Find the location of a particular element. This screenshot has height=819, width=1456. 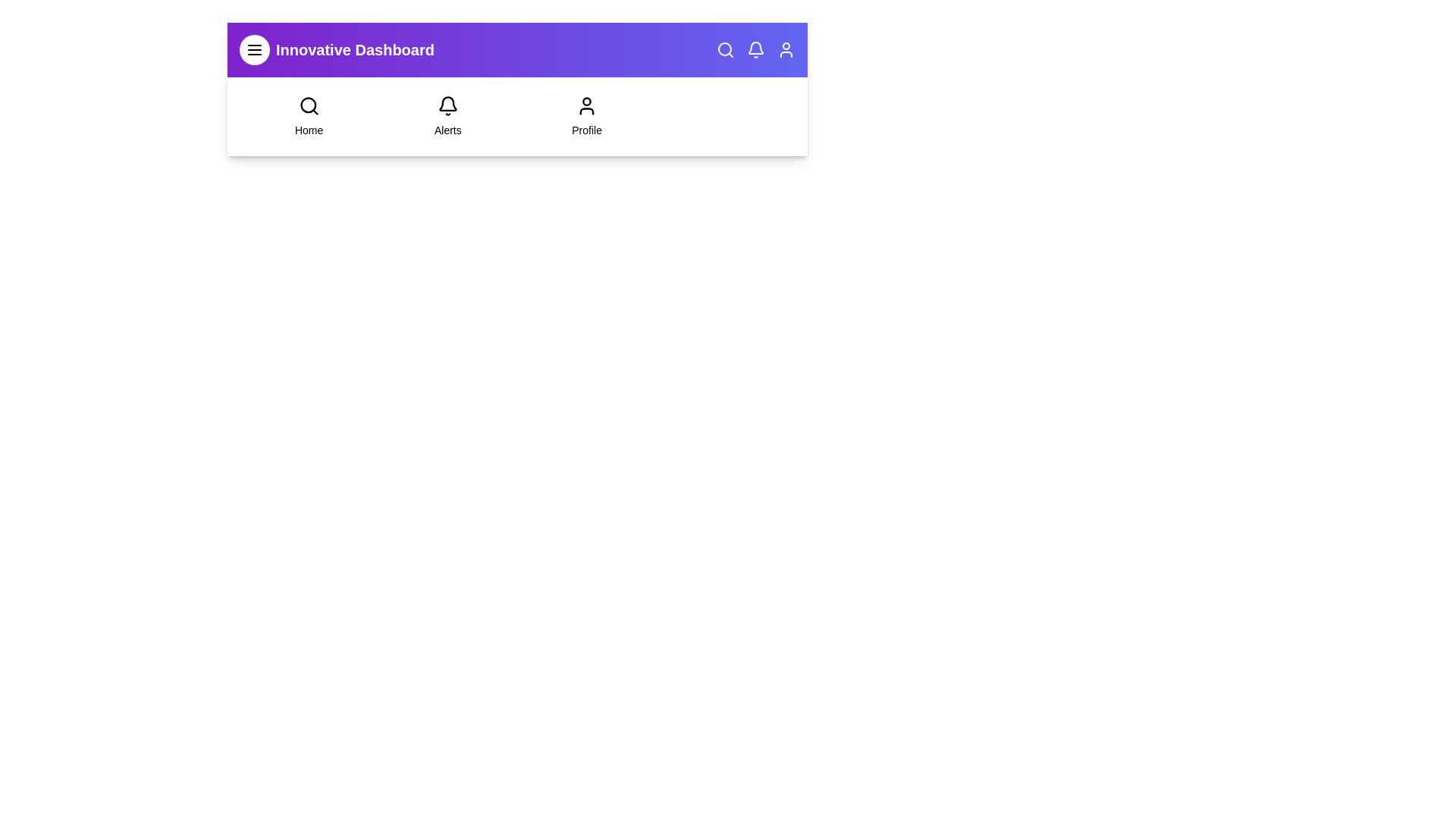

the 'Profile' icon in the navigation bar is located at coordinates (786, 49).